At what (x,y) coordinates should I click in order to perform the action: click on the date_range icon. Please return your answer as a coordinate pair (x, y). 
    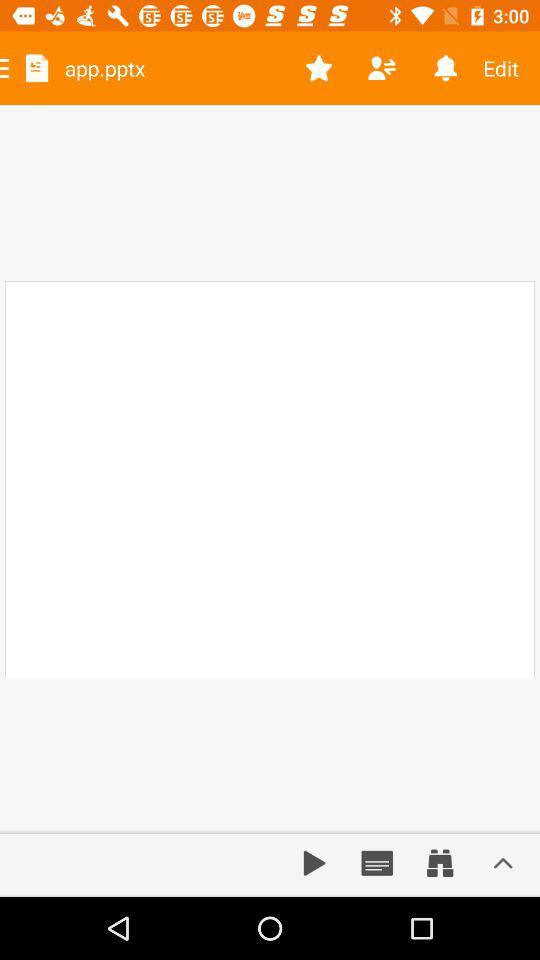
    Looking at the image, I should click on (440, 862).